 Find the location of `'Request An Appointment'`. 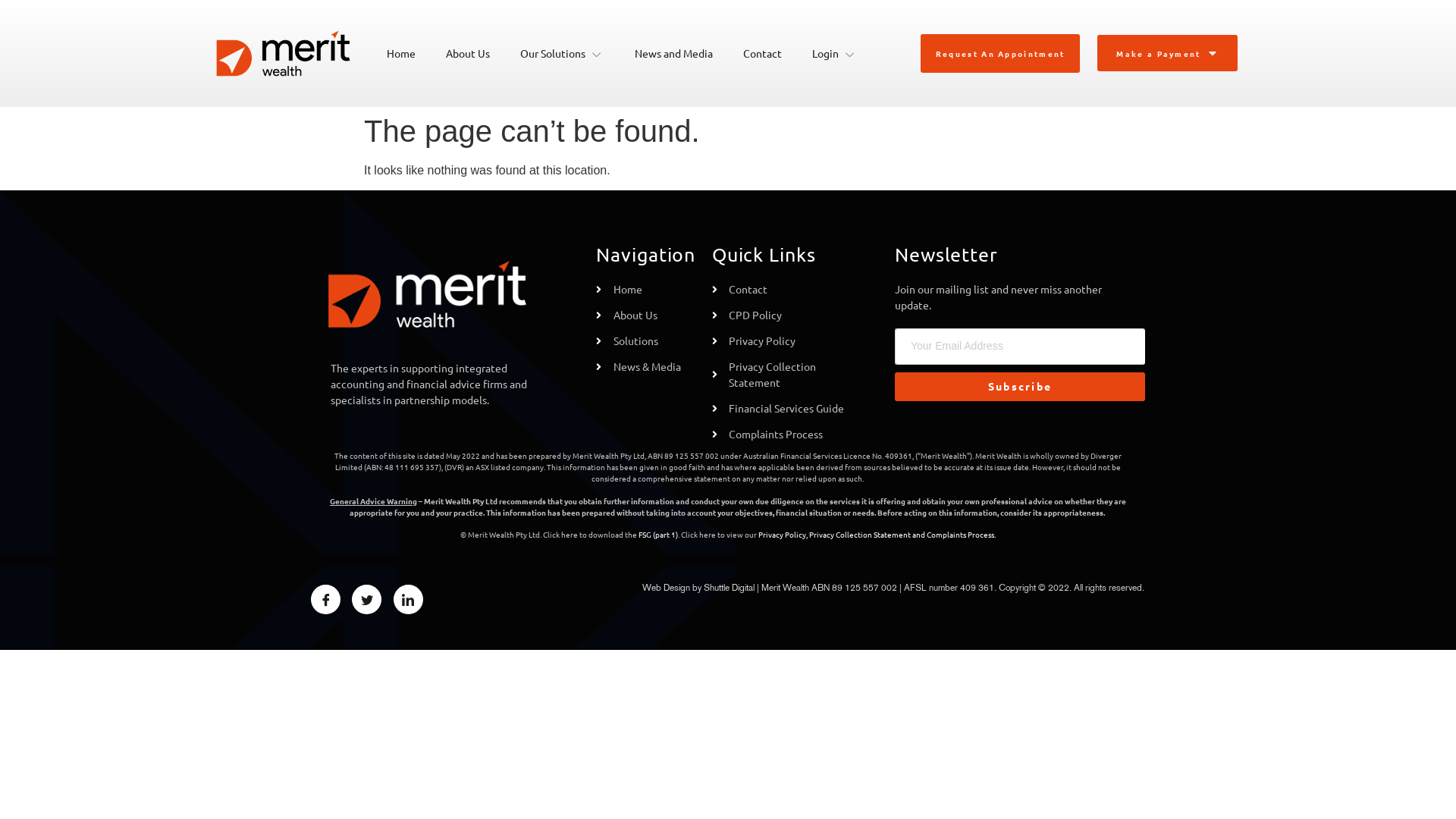

'Request An Appointment' is located at coordinates (1000, 52).